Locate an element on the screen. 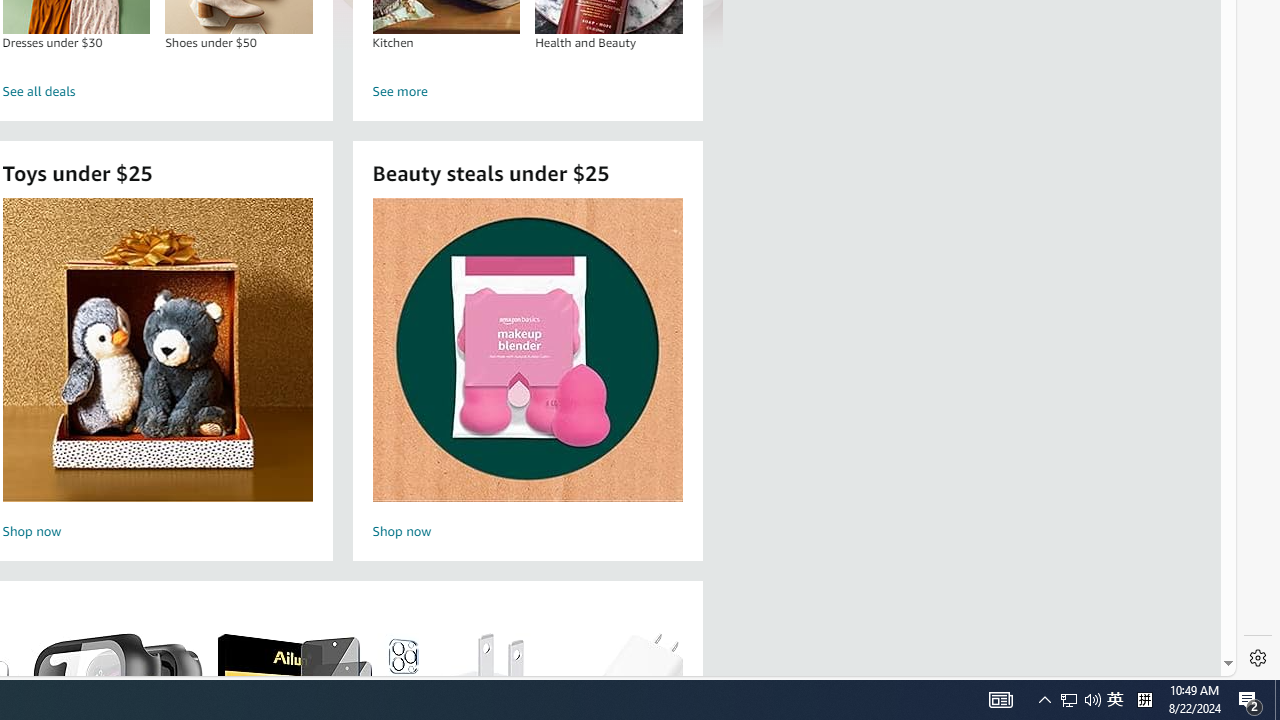 The image size is (1280, 720). 'Beauty steals under $25 Shop now' is located at coordinates (527, 371).